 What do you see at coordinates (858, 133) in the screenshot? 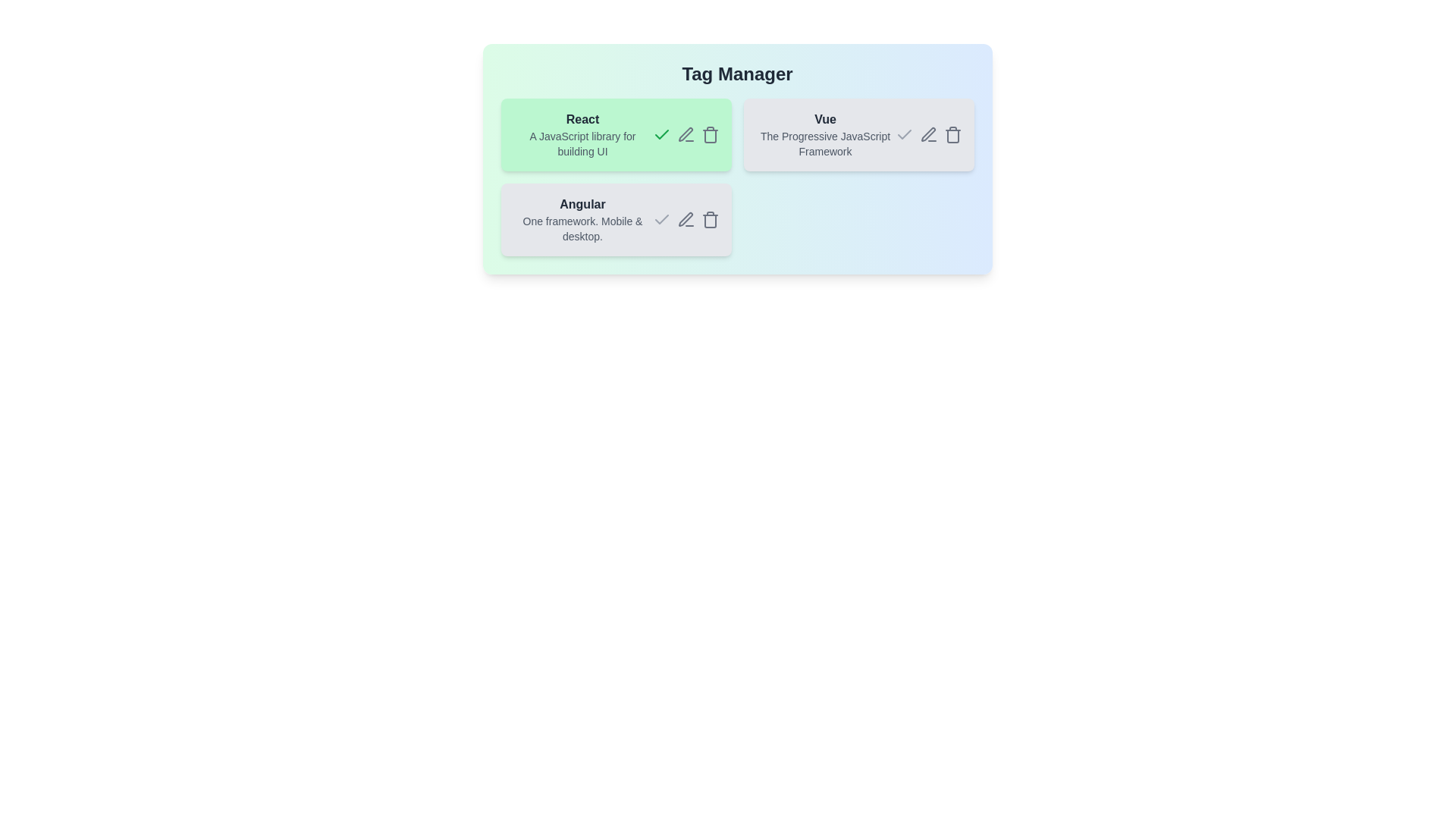
I see `the tag Vue` at bounding box center [858, 133].